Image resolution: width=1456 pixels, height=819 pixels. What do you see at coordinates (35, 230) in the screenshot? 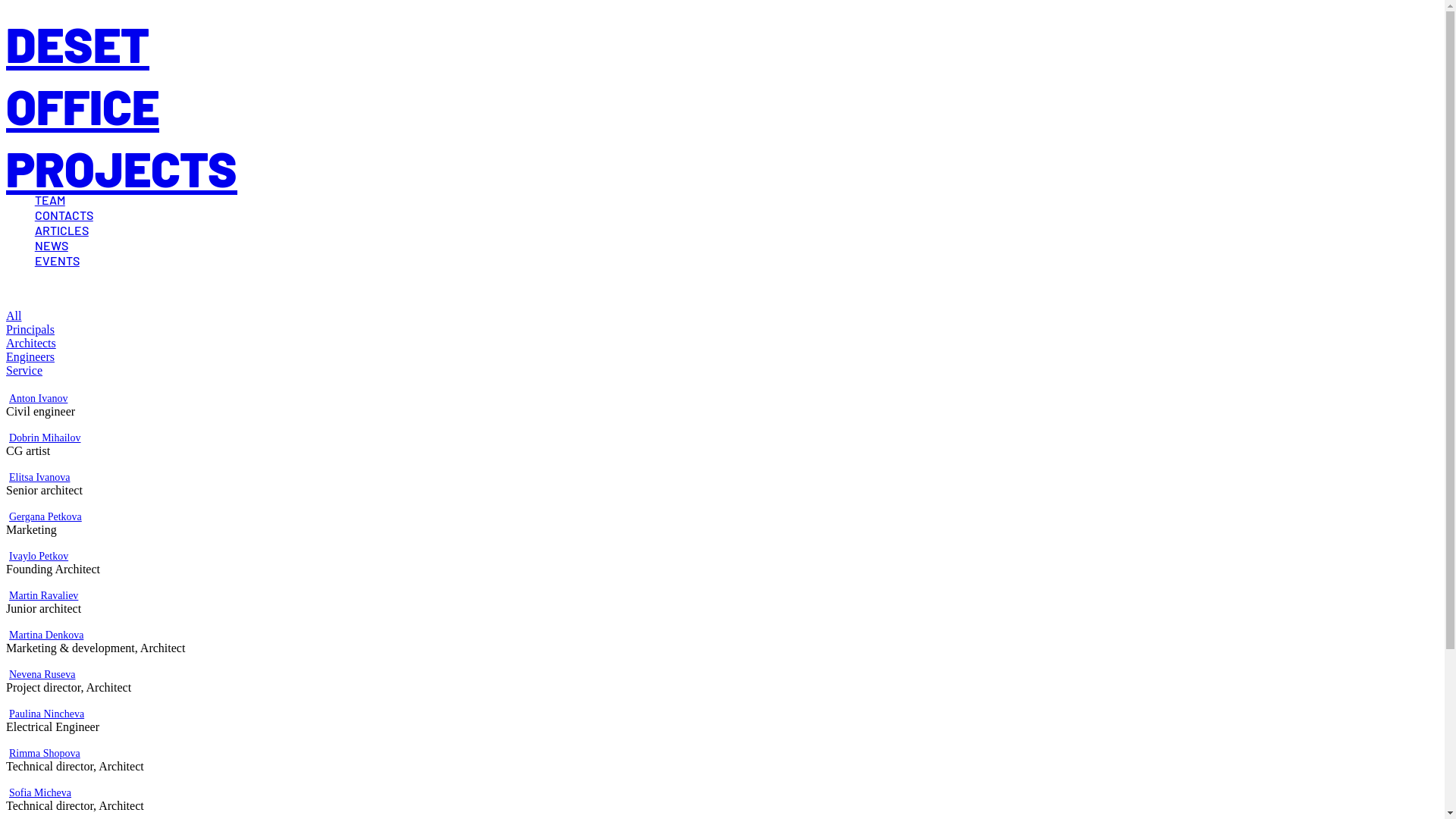
I see `'ARTICLES'` at bounding box center [35, 230].